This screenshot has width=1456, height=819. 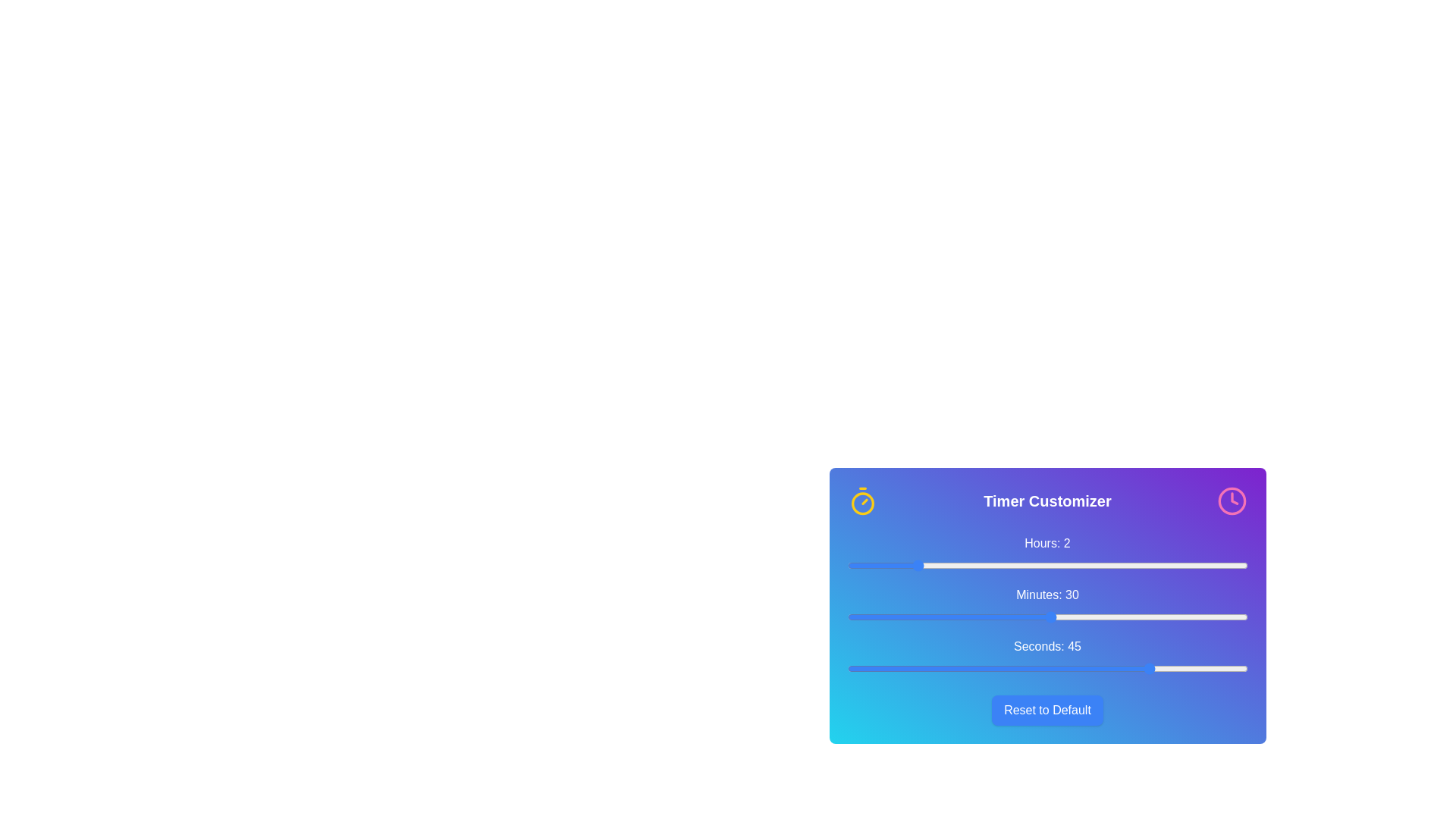 What do you see at coordinates (1180, 565) in the screenshot?
I see `the 'hours' slider to set the hour value to 10` at bounding box center [1180, 565].